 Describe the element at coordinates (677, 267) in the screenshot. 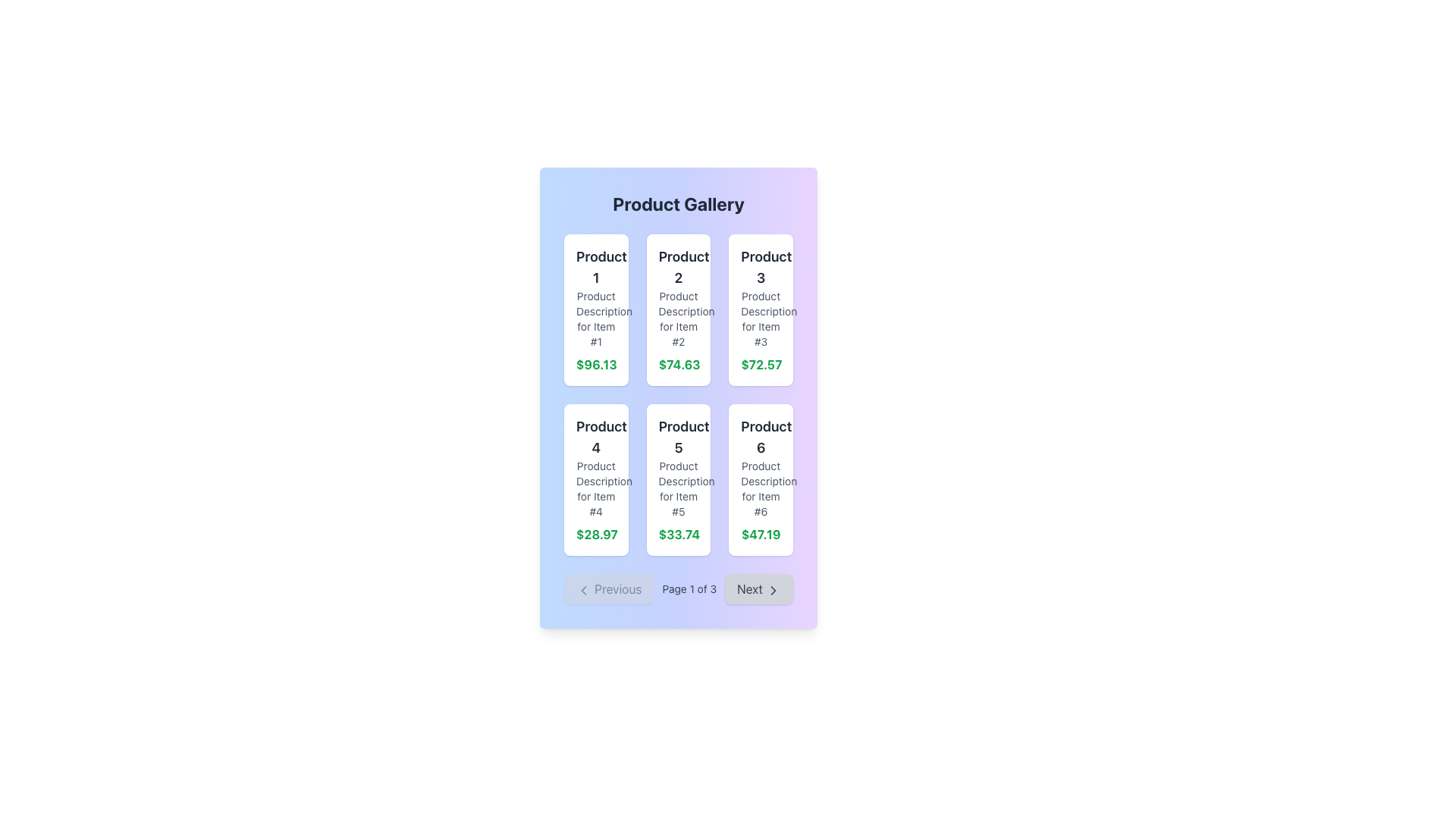

I see `the text label reading 'Product 2', which is styled with a large, bold font and dark gray color, located at the top-middle section of its product card` at that location.